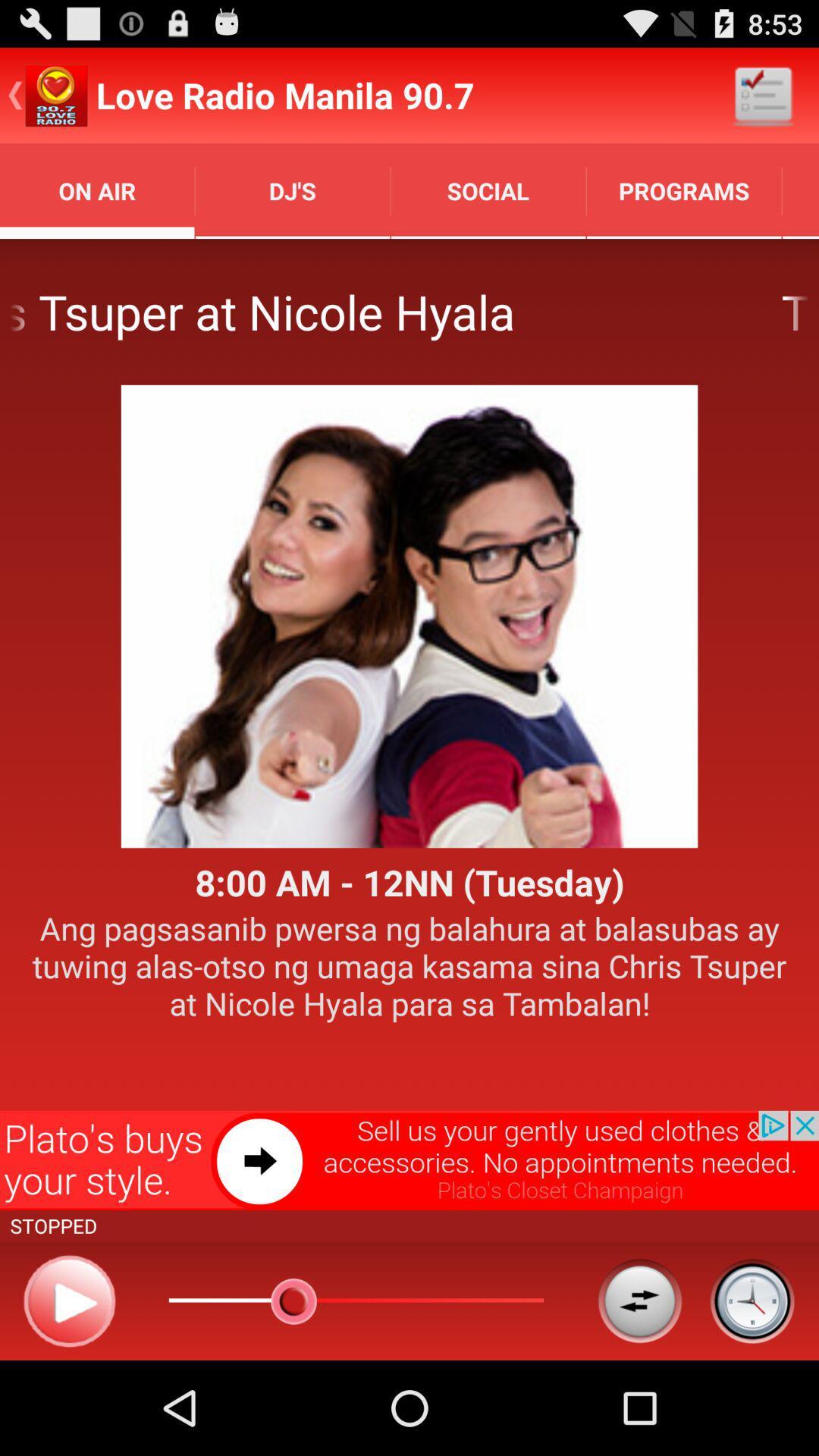 The width and height of the screenshot is (819, 1456). I want to click on the icon next to the love radio manila icon, so click(763, 94).